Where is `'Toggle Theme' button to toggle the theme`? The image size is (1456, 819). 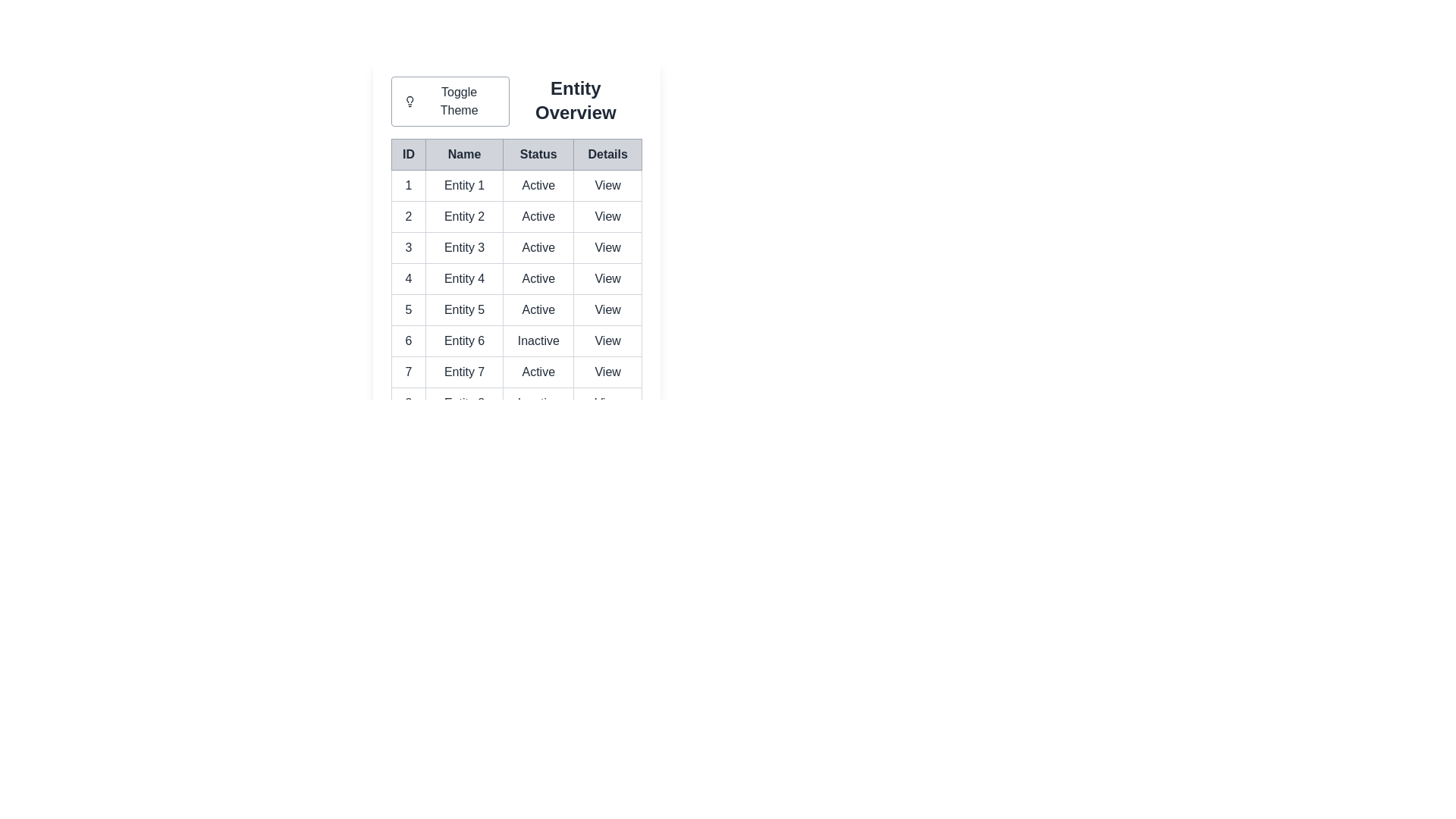 'Toggle Theme' button to toggle the theme is located at coordinates (449, 102).